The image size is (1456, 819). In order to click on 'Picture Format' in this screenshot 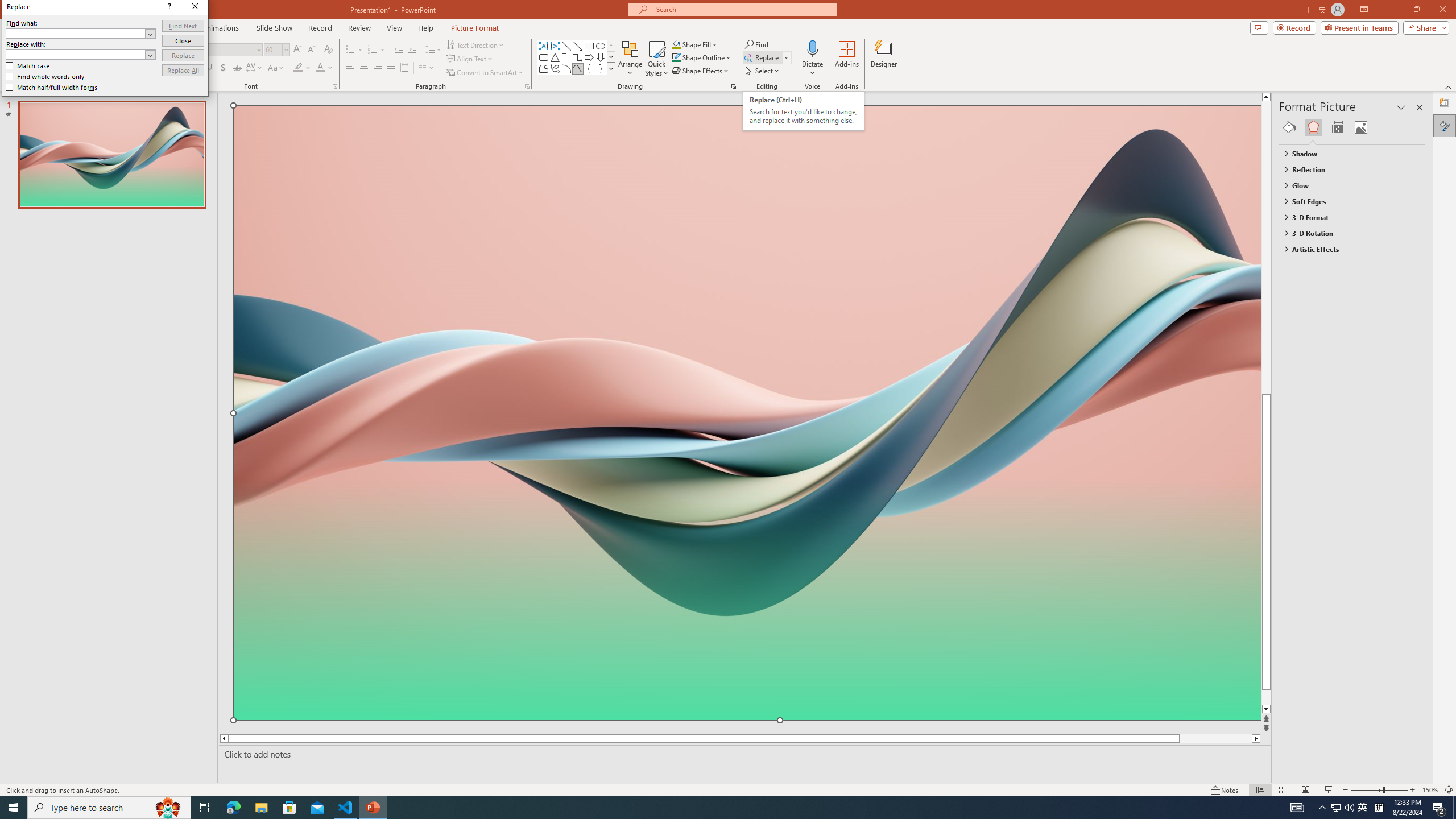, I will do `click(475, 28)`.